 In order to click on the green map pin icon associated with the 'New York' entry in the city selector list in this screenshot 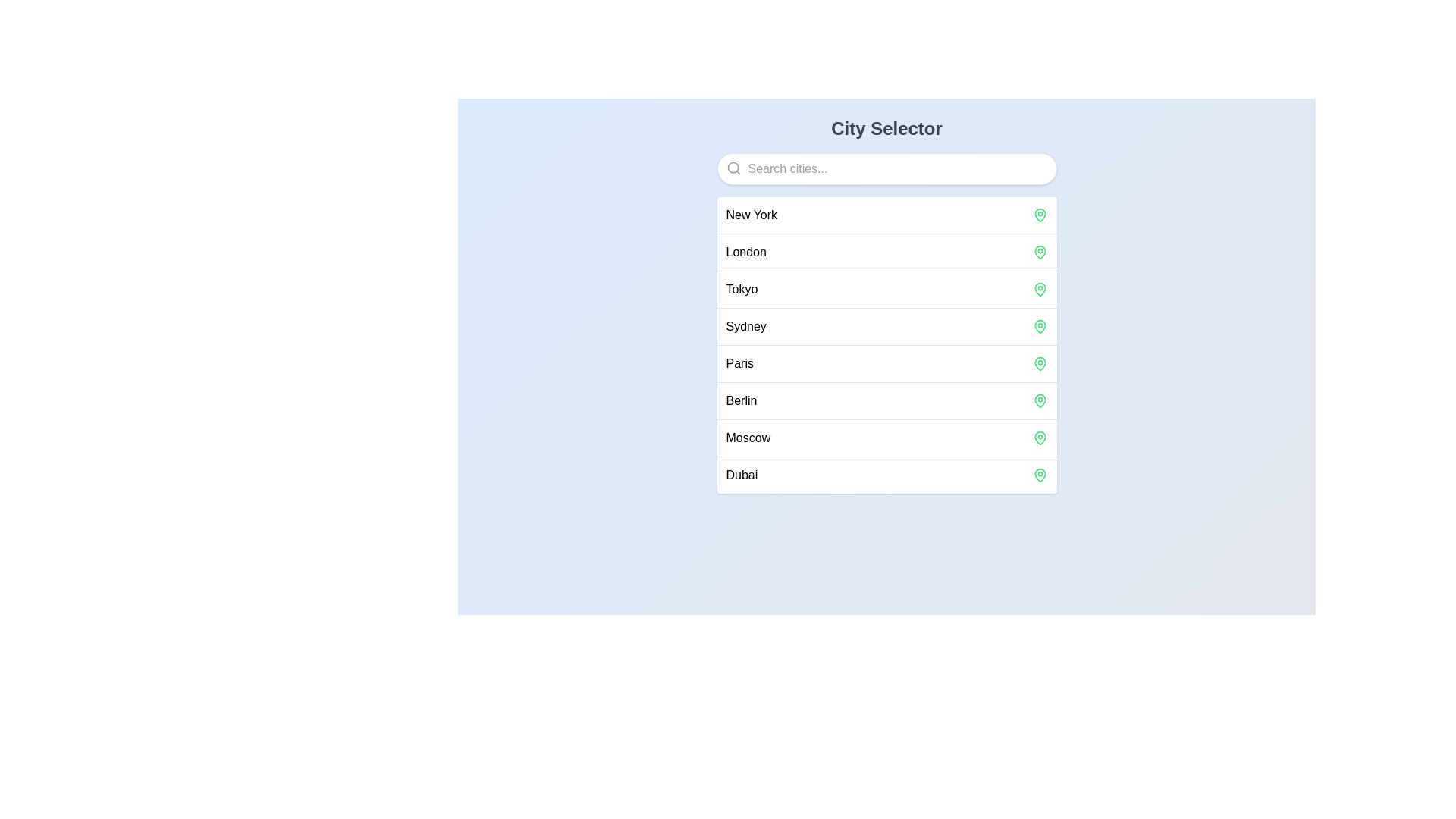, I will do `click(1039, 215)`.